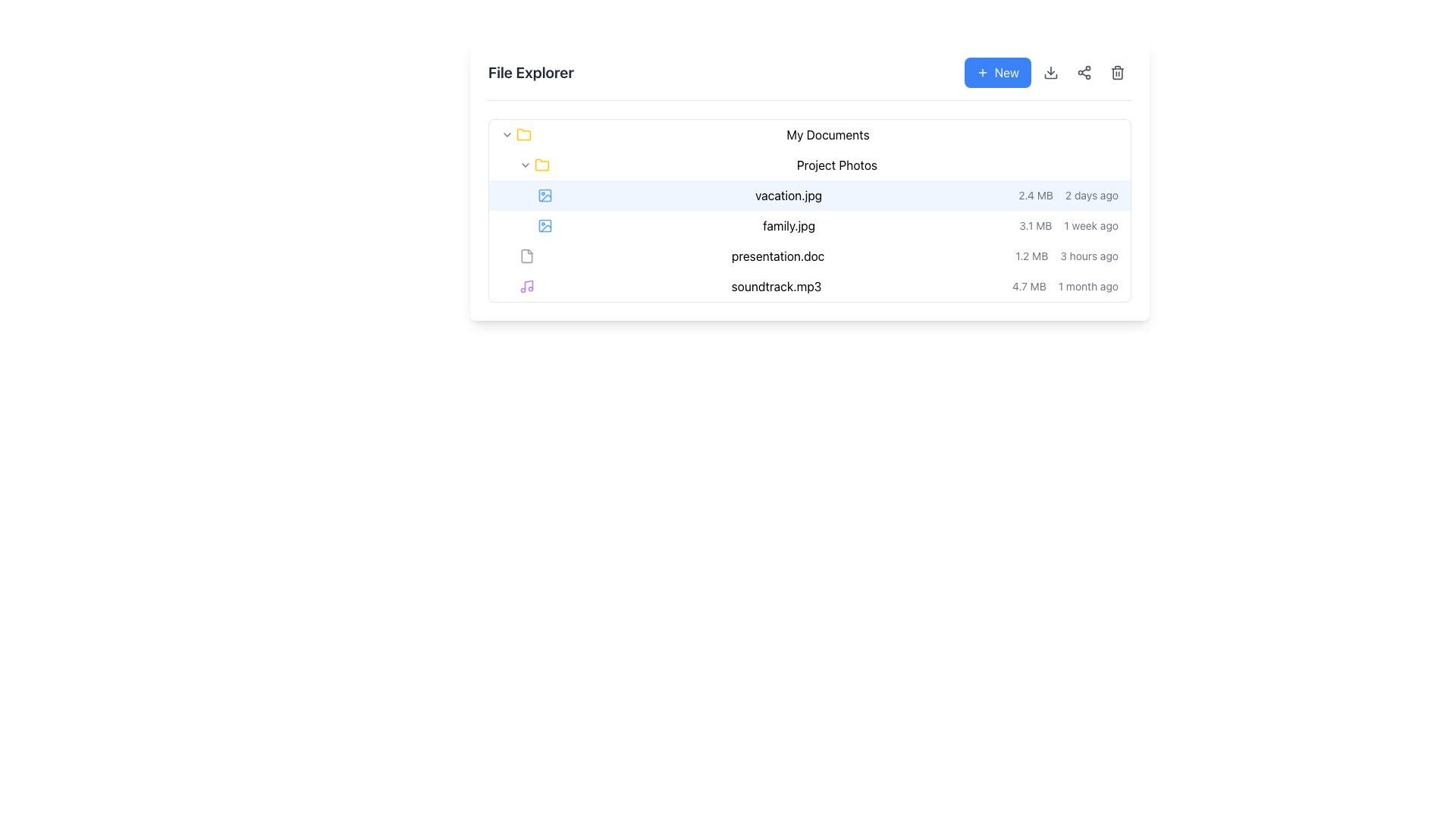 The height and width of the screenshot is (819, 1456). What do you see at coordinates (809, 195) in the screenshot?
I see `the second file entry row under the 'Project Photos' section in the file explorer` at bounding box center [809, 195].